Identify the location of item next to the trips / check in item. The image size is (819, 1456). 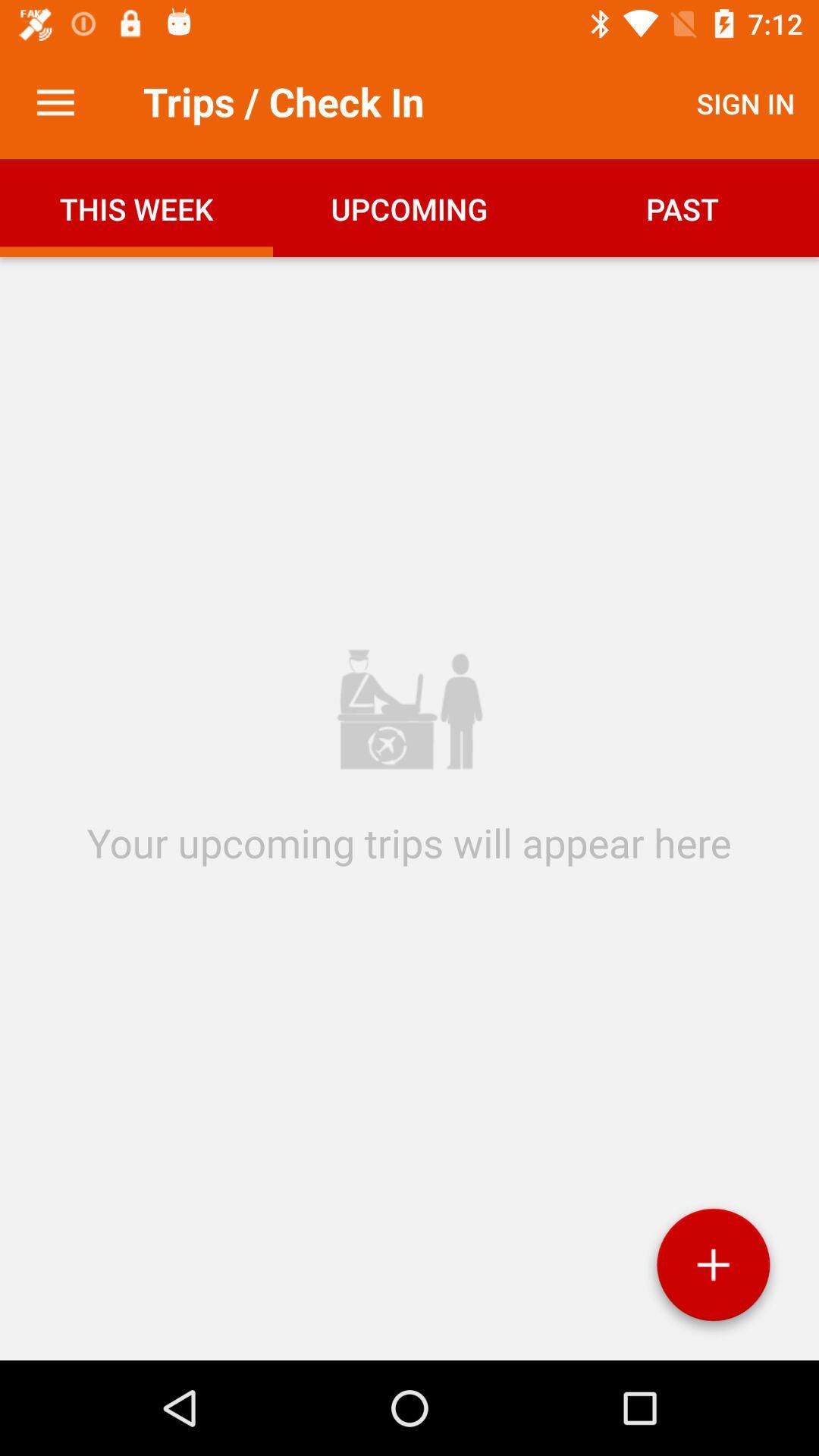
(745, 102).